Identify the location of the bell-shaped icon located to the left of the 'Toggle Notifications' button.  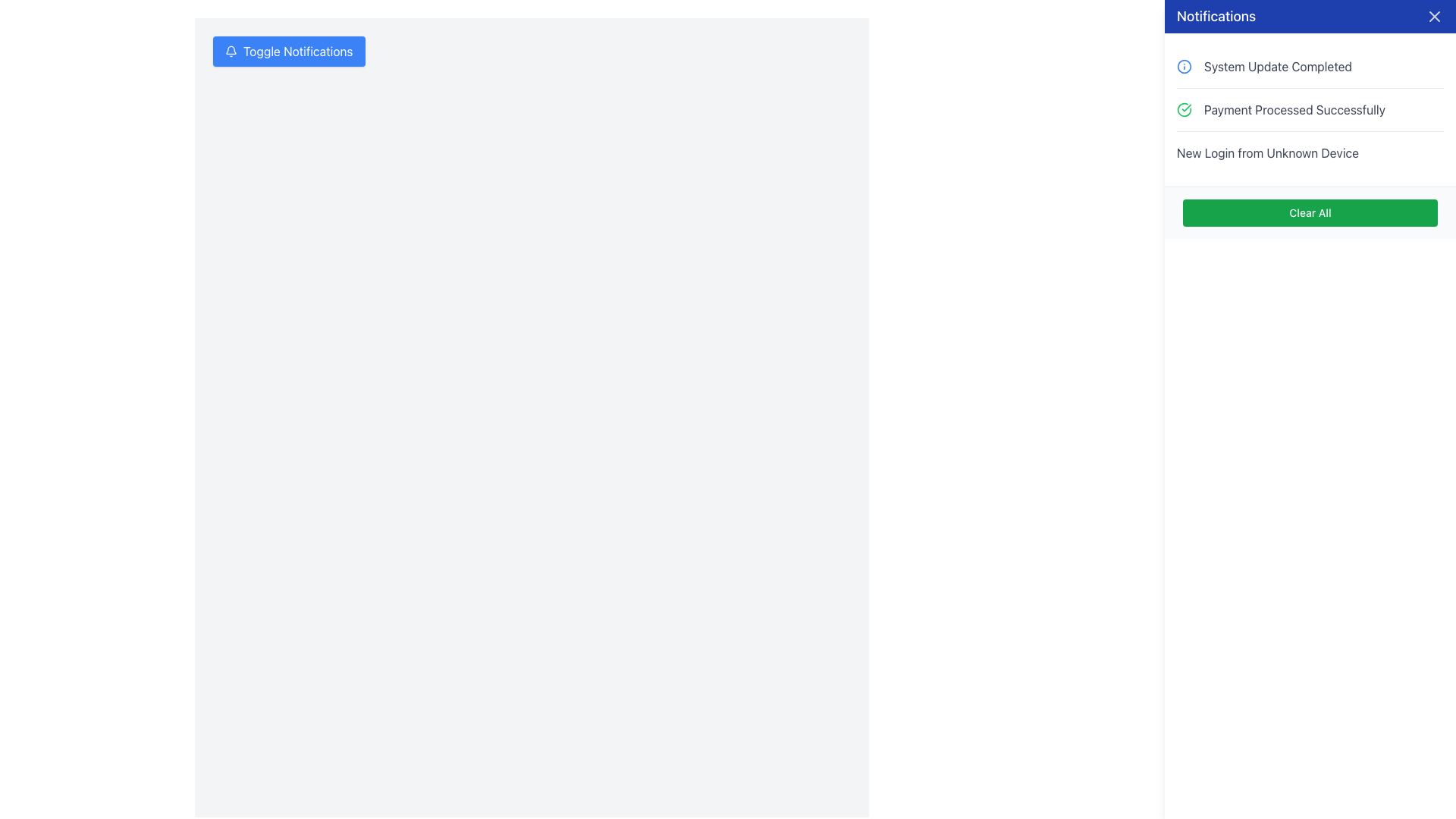
(231, 51).